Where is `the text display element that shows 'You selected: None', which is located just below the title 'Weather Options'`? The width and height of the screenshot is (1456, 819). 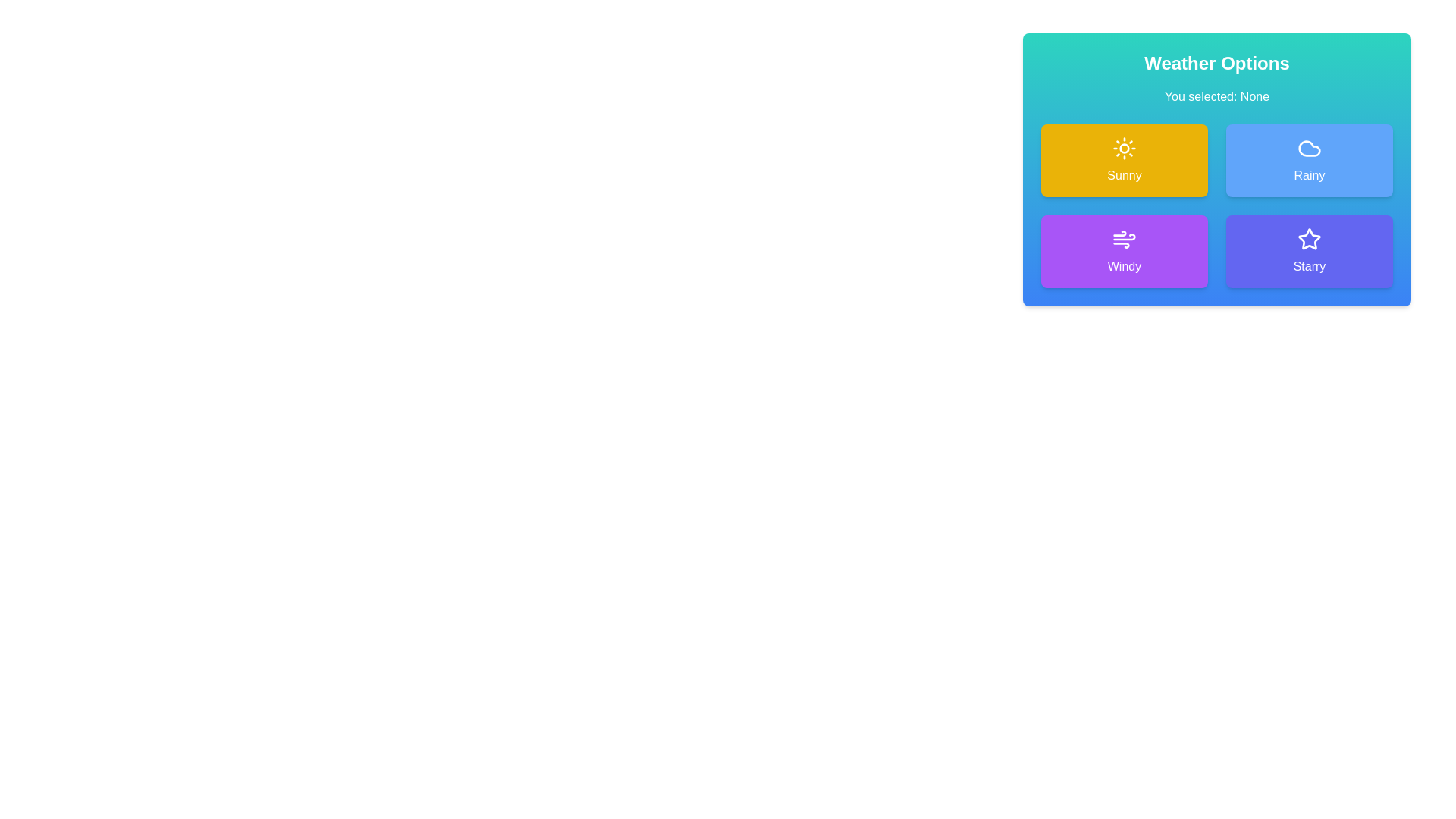 the text display element that shows 'You selected: None', which is located just below the title 'Weather Options' is located at coordinates (1216, 96).